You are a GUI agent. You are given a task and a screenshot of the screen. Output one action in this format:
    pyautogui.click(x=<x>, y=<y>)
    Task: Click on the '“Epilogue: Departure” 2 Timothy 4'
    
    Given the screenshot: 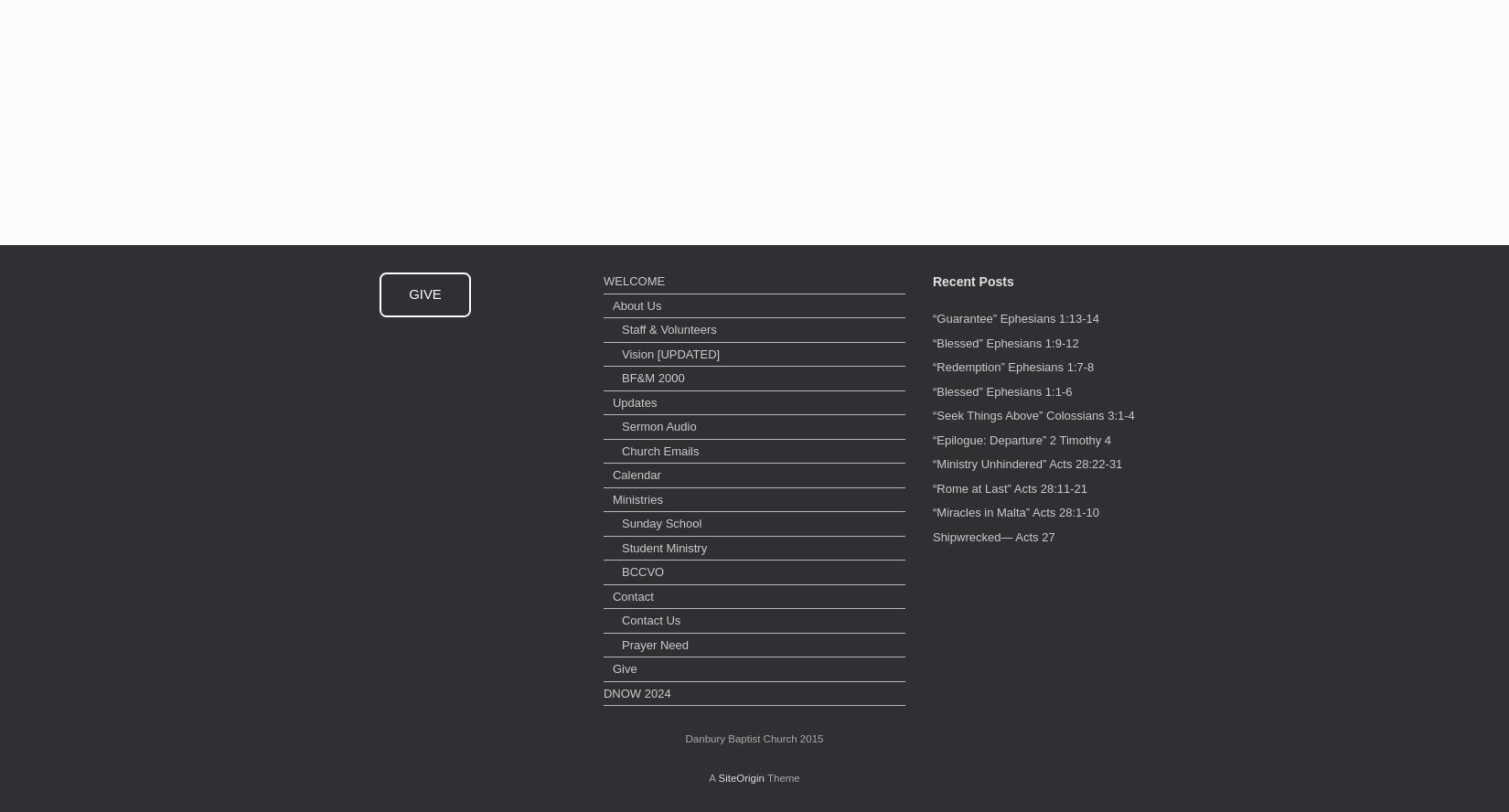 What is the action you would take?
    pyautogui.click(x=932, y=439)
    